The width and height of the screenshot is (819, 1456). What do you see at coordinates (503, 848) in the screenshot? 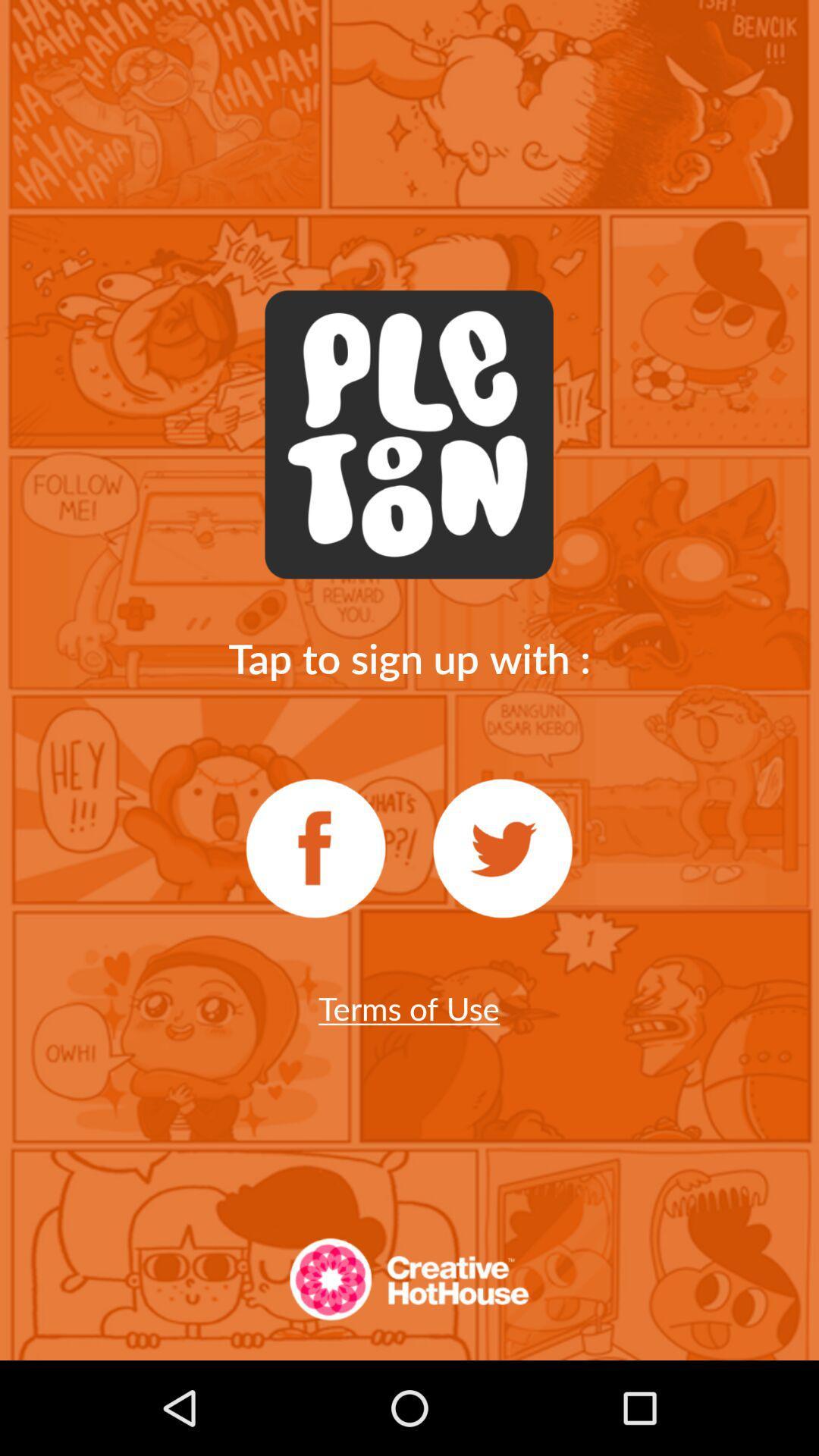
I see `for twitter` at bounding box center [503, 848].